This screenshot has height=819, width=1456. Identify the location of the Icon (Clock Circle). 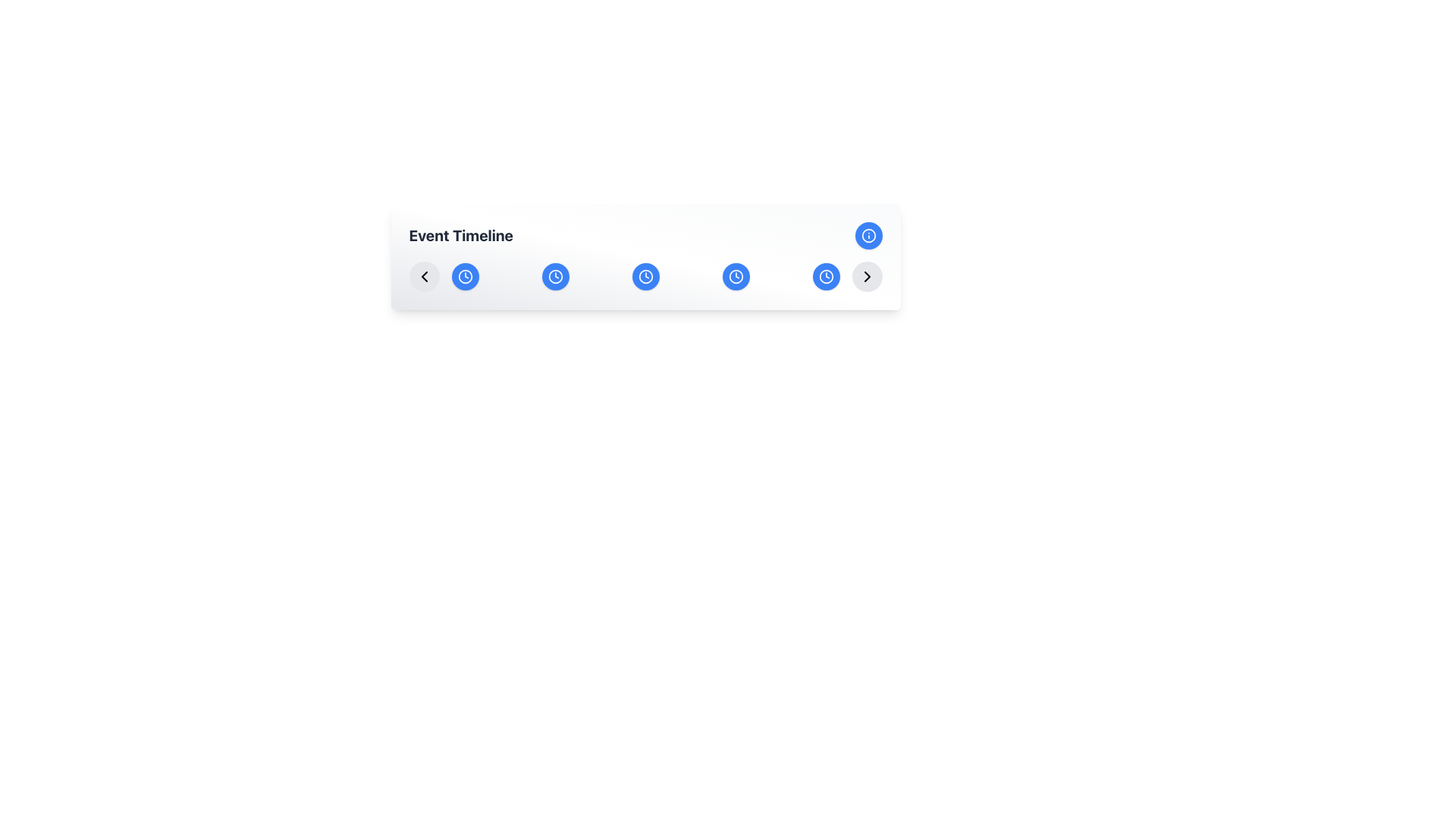
(825, 277).